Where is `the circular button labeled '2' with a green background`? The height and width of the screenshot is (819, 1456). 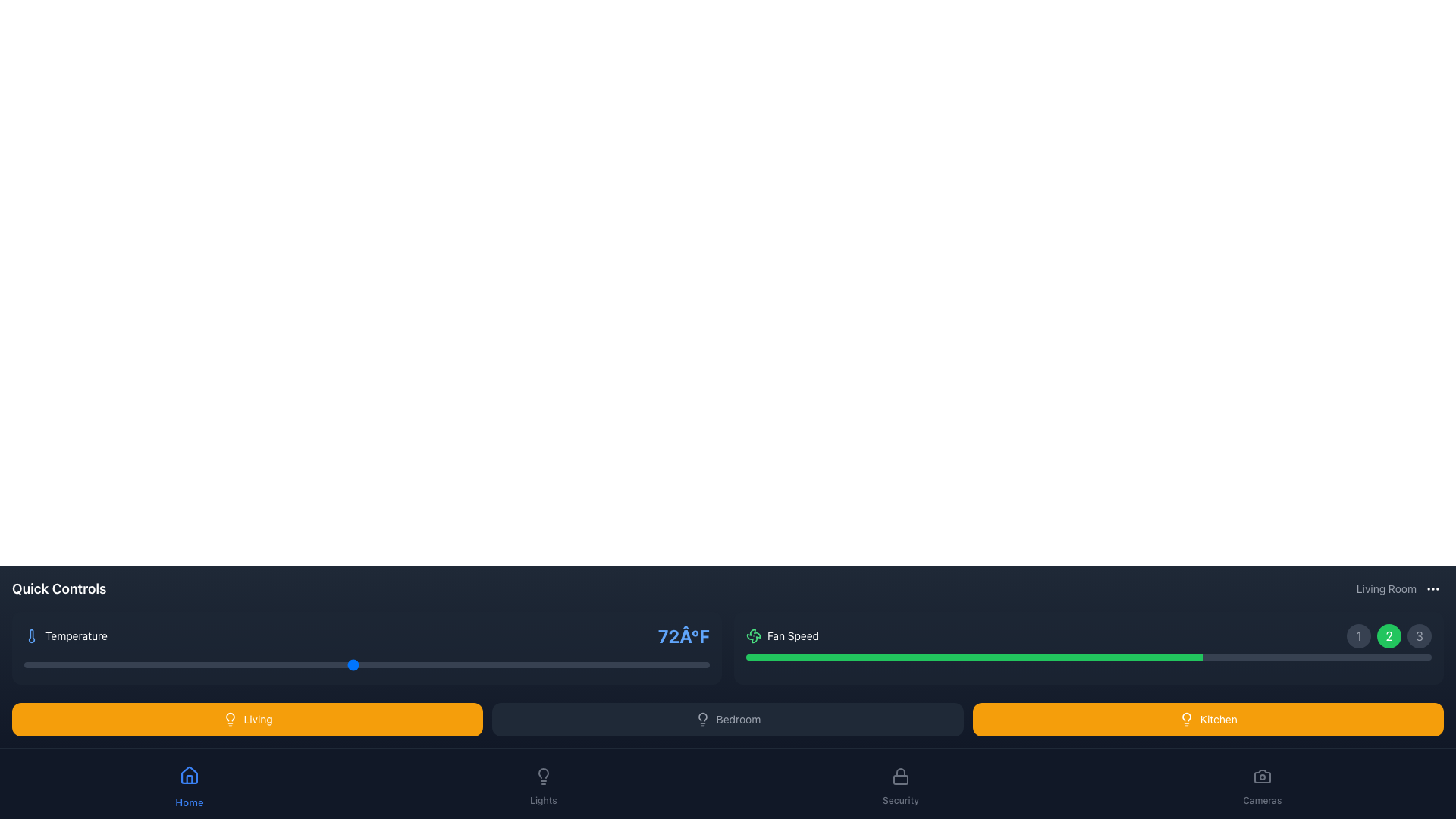
the circular button labeled '2' with a green background is located at coordinates (1389, 636).